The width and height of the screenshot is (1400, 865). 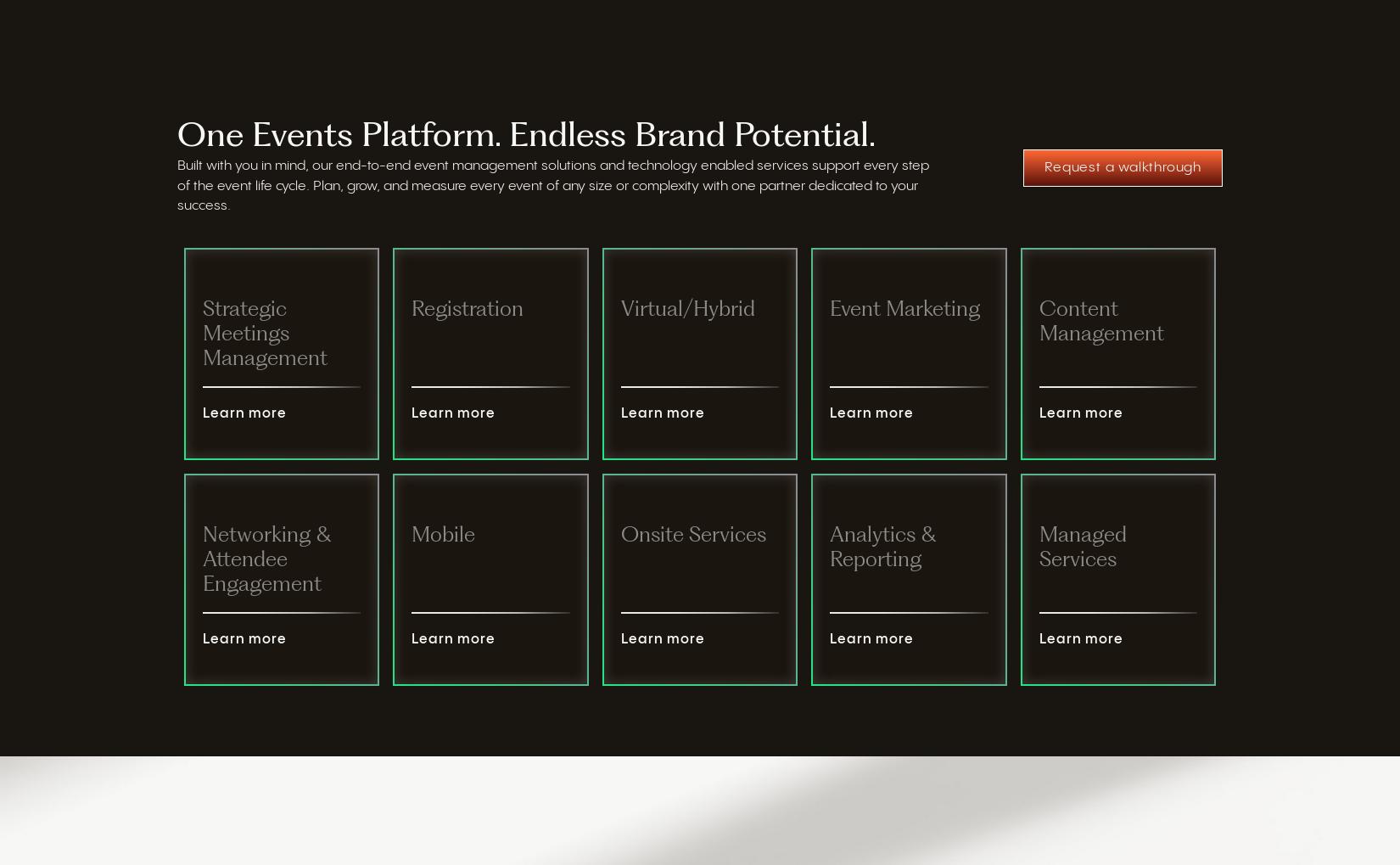 What do you see at coordinates (442, 535) in the screenshot?
I see `'Mobile'` at bounding box center [442, 535].